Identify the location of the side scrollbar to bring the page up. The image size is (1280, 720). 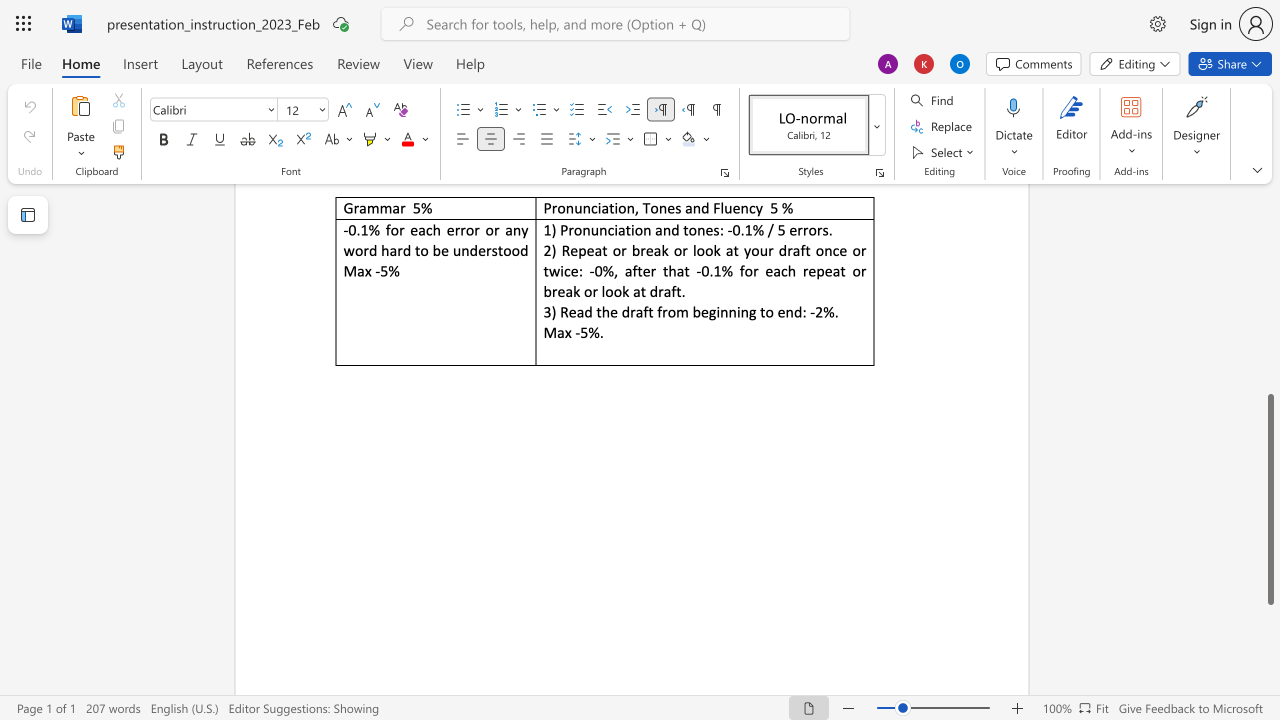
(1269, 280).